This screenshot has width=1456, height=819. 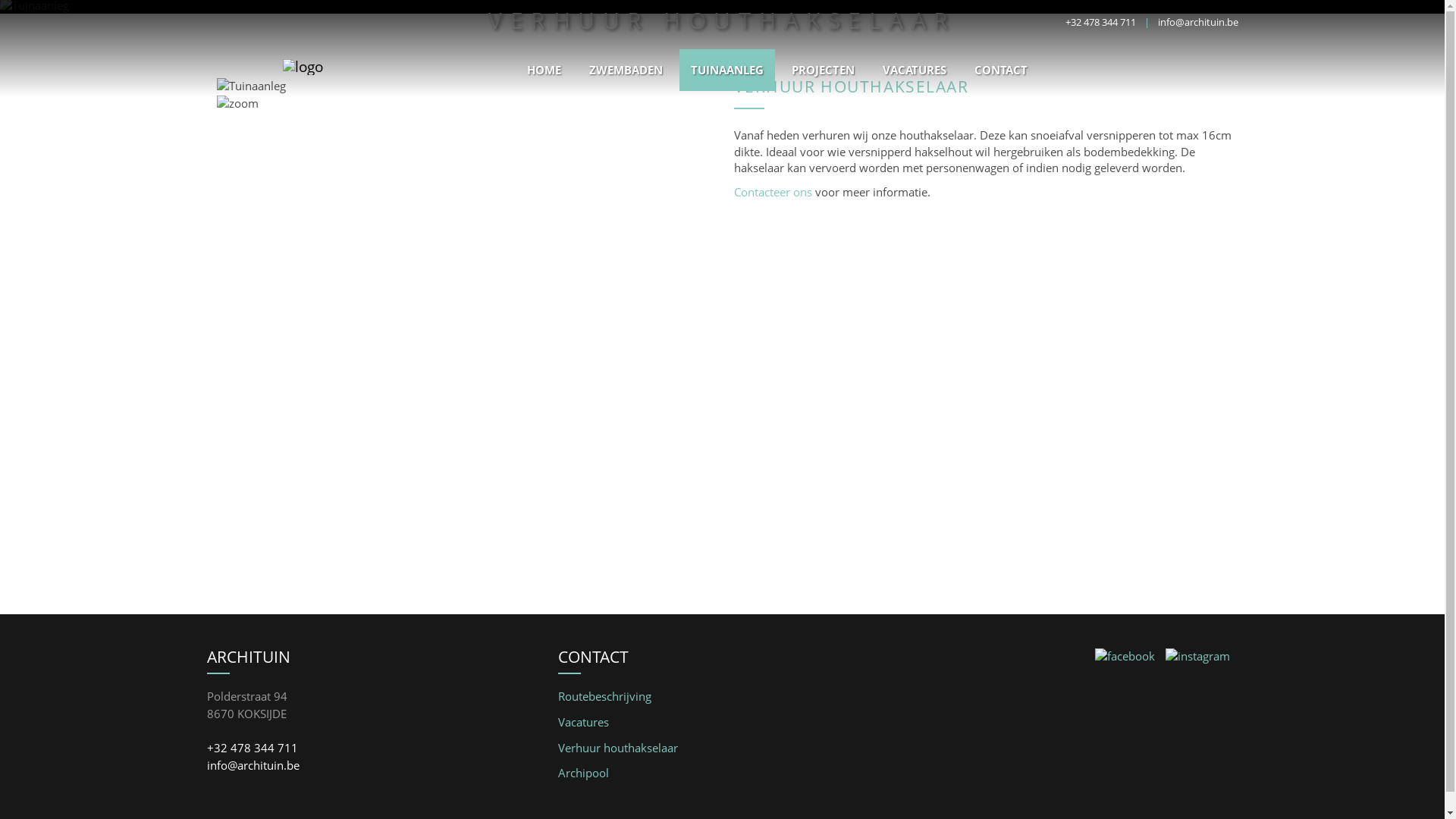 What do you see at coordinates (557, 772) in the screenshot?
I see `'Archipool'` at bounding box center [557, 772].